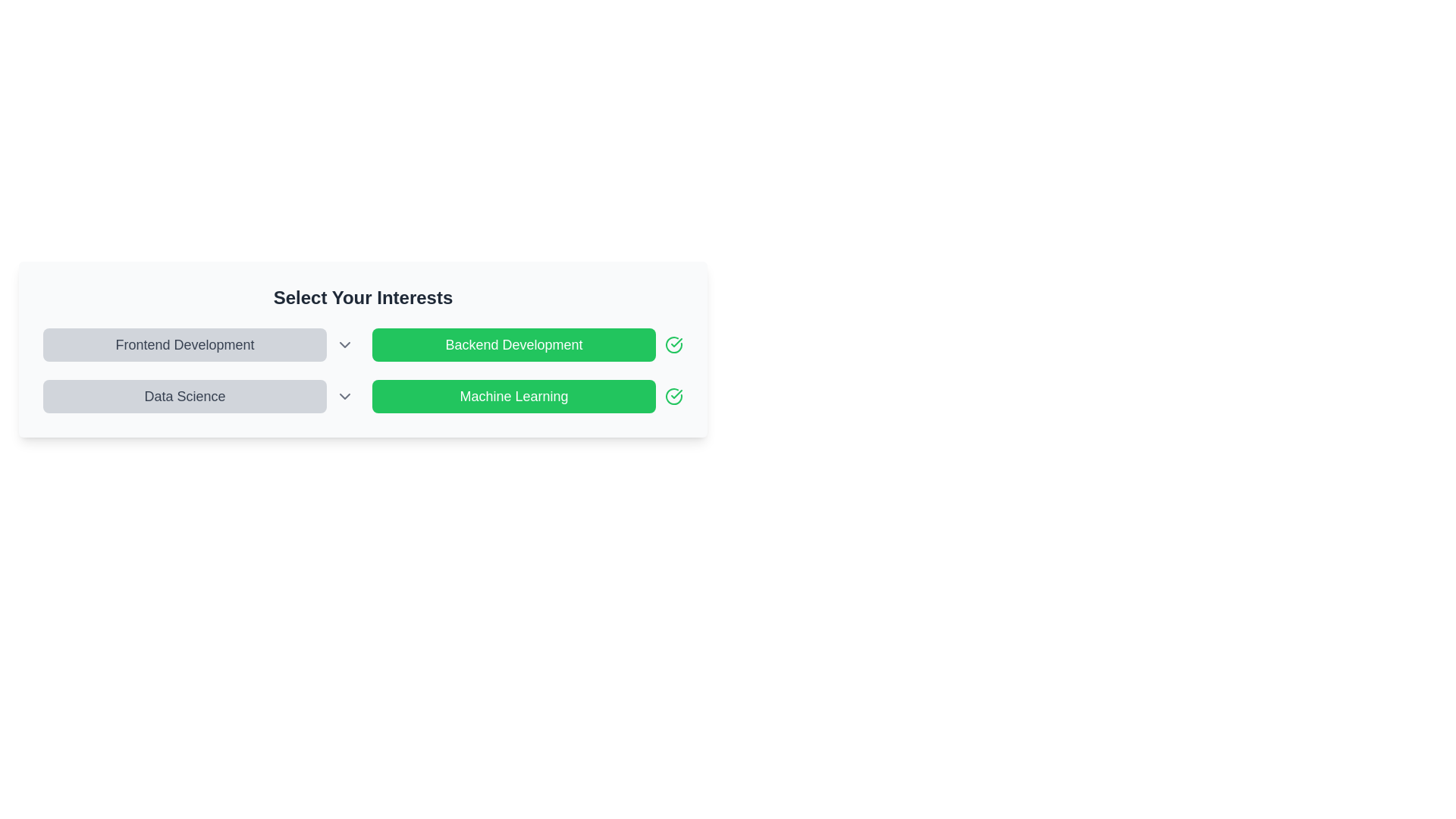  Describe the element at coordinates (513, 396) in the screenshot. I see `the 'Machine Learning' button to toggle its activation state` at that location.